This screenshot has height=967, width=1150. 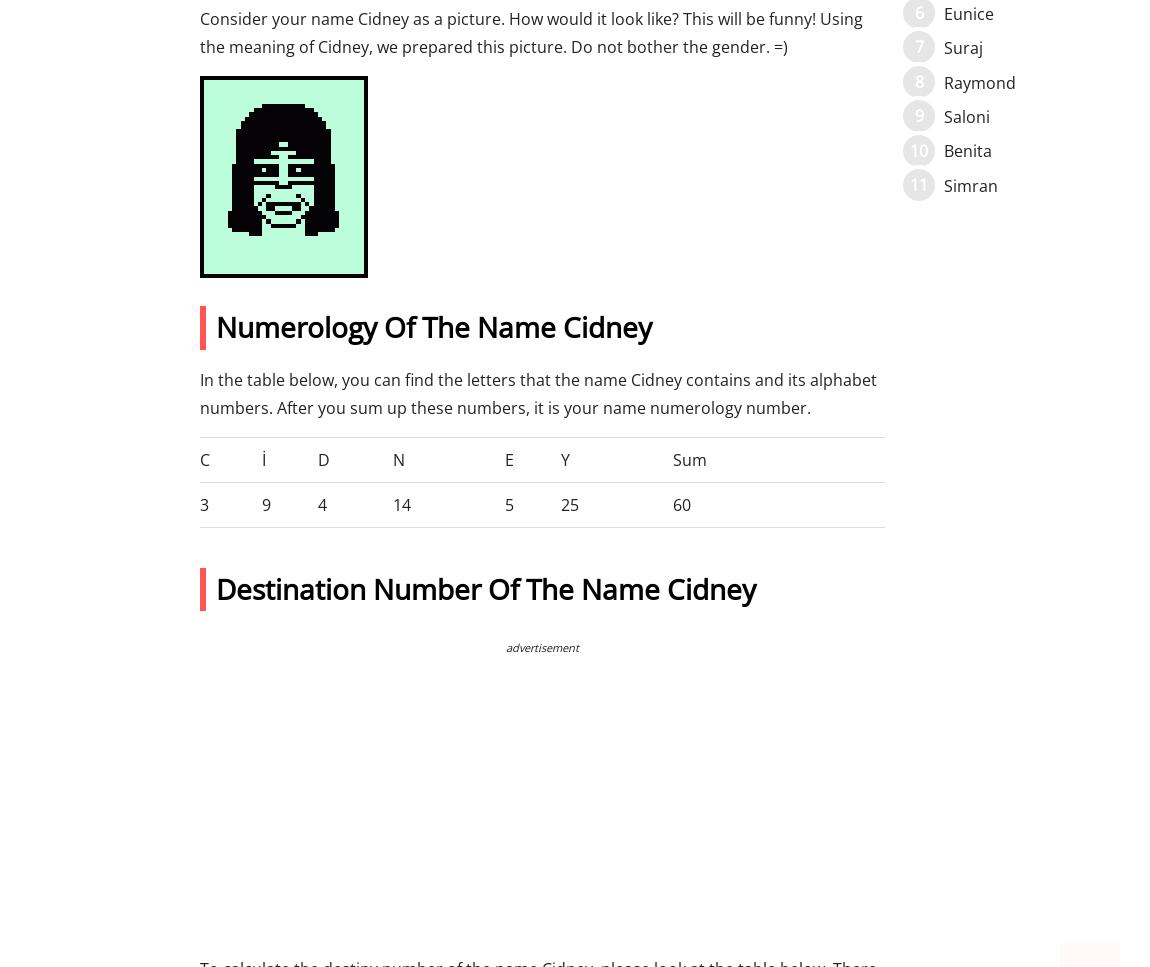 What do you see at coordinates (198, 503) in the screenshot?
I see `'3'` at bounding box center [198, 503].